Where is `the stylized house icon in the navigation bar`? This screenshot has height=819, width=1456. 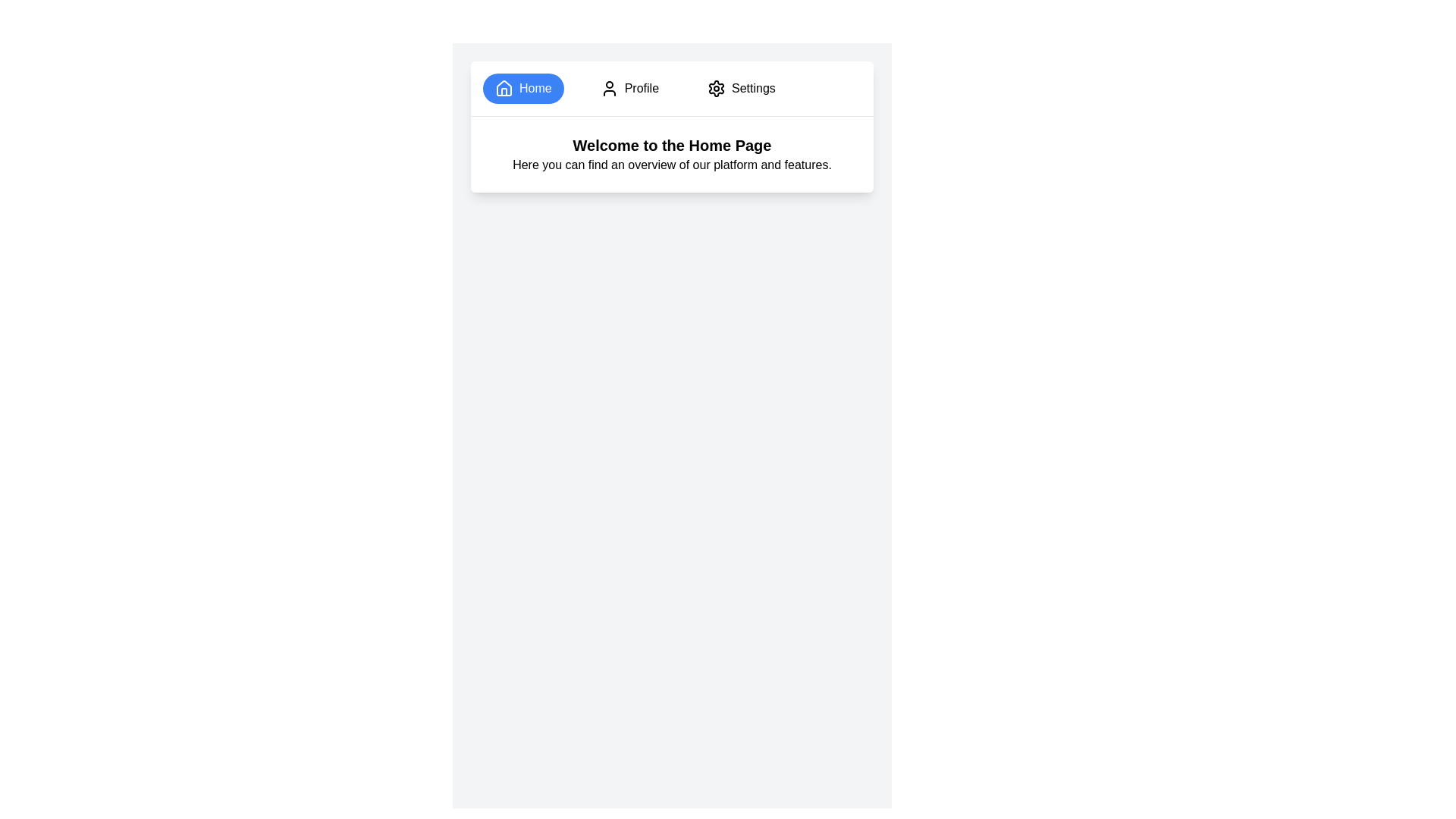 the stylized house icon in the navigation bar is located at coordinates (504, 87).